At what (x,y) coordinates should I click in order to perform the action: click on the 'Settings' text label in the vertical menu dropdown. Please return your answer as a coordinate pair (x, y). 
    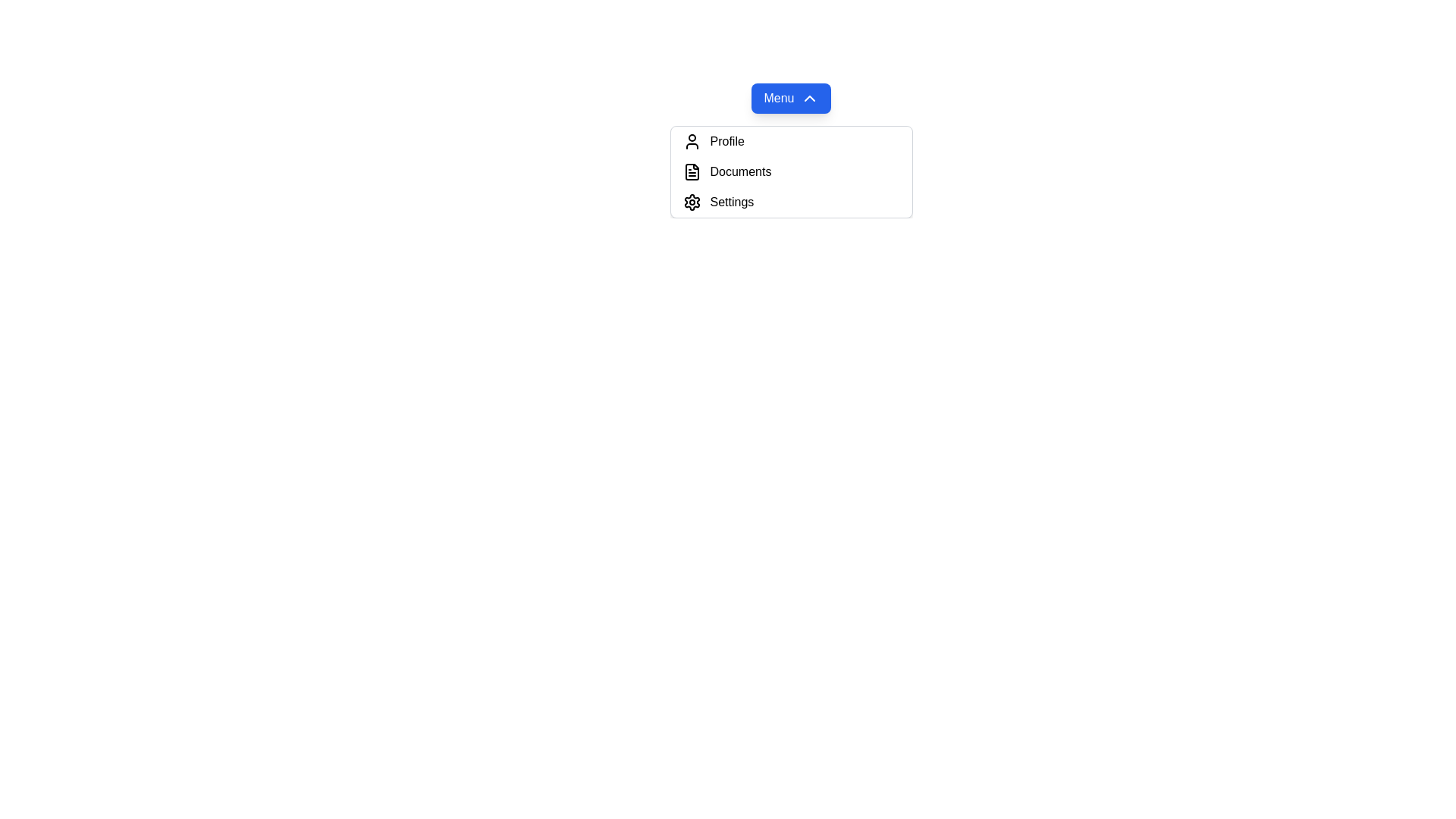
    Looking at the image, I should click on (732, 201).